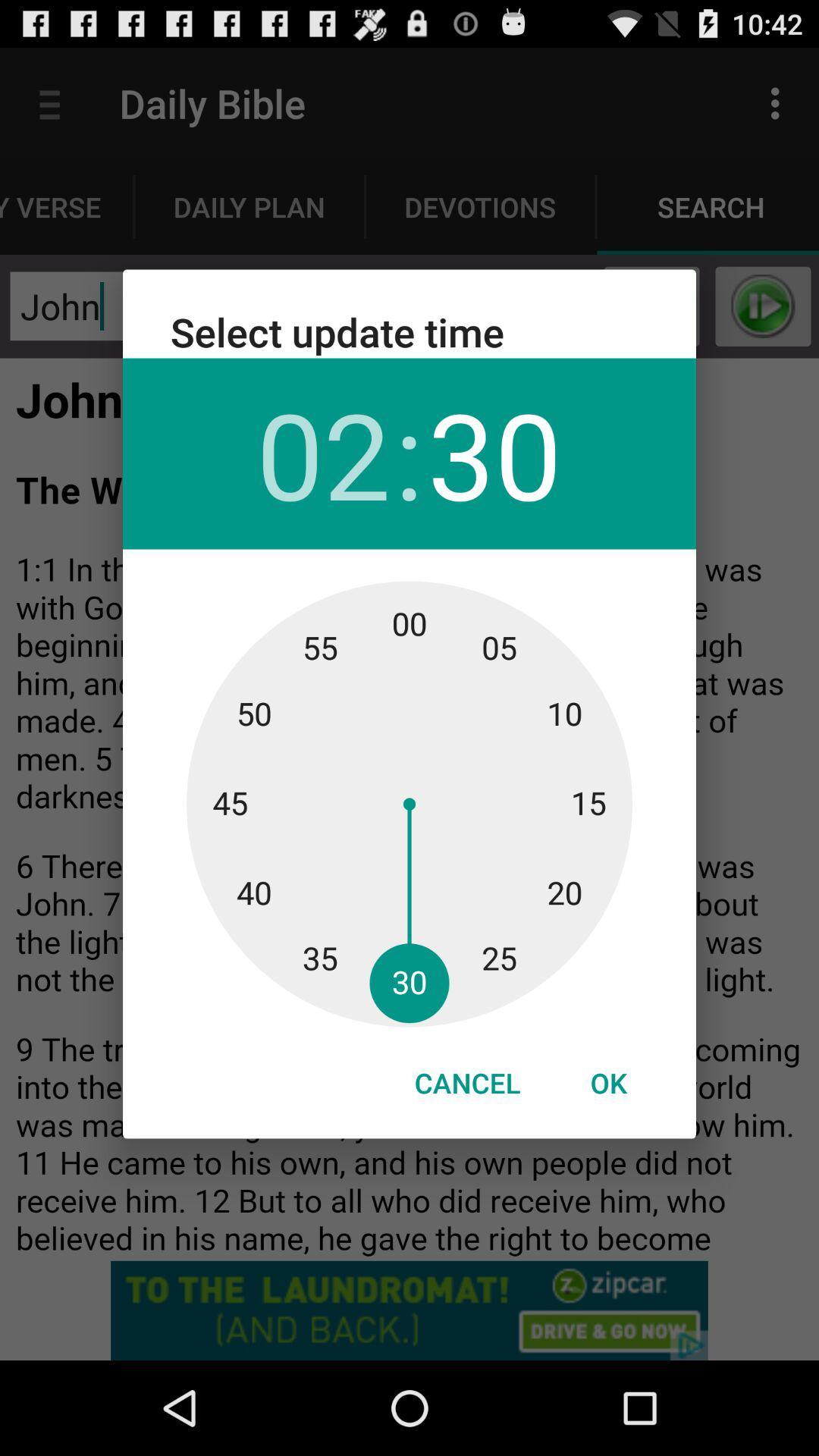 The image size is (819, 1456). Describe the element at coordinates (494, 453) in the screenshot. I see `the item below the select update time item` at that location.